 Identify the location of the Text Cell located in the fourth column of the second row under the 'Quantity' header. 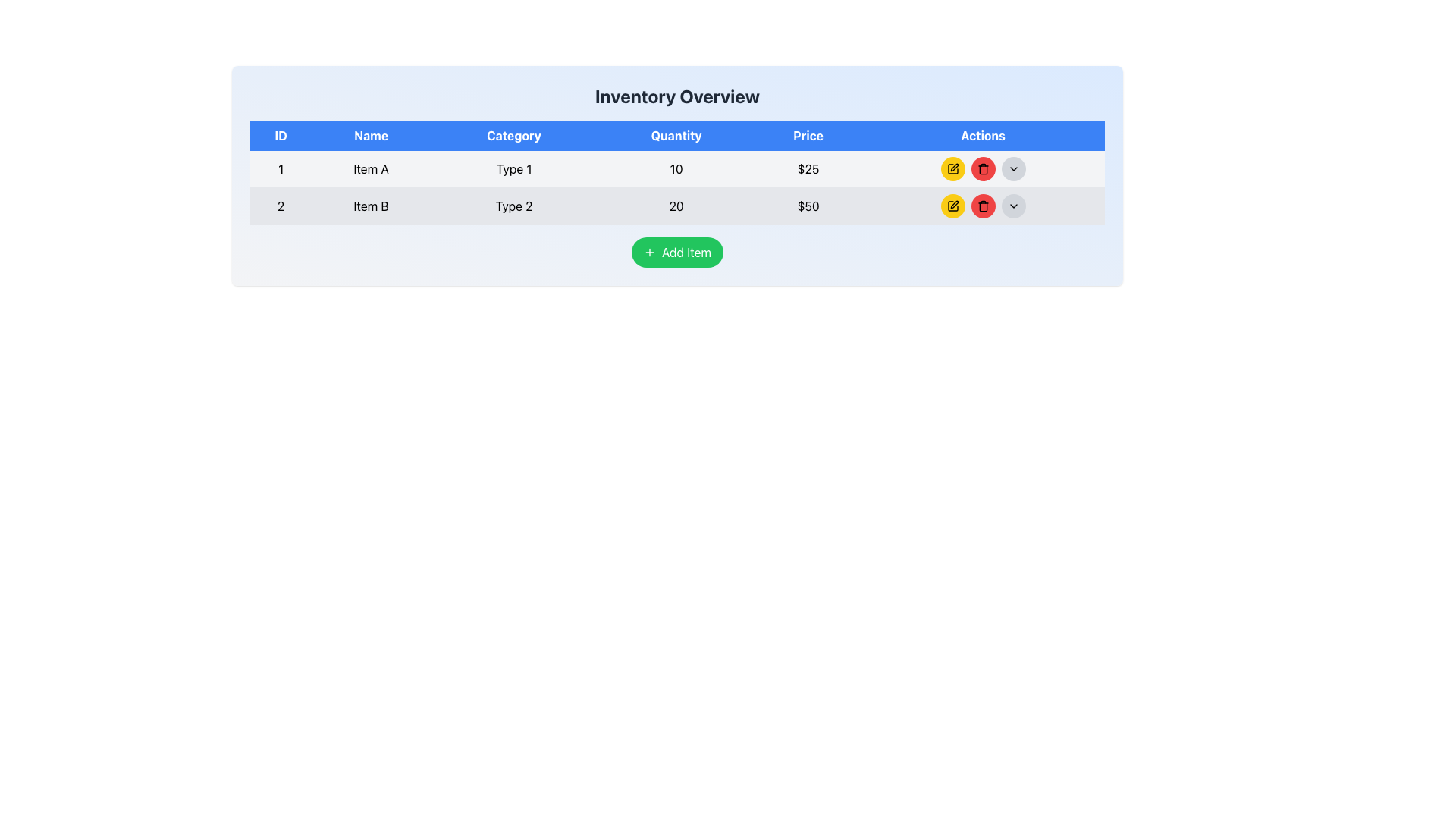
(676, 206).